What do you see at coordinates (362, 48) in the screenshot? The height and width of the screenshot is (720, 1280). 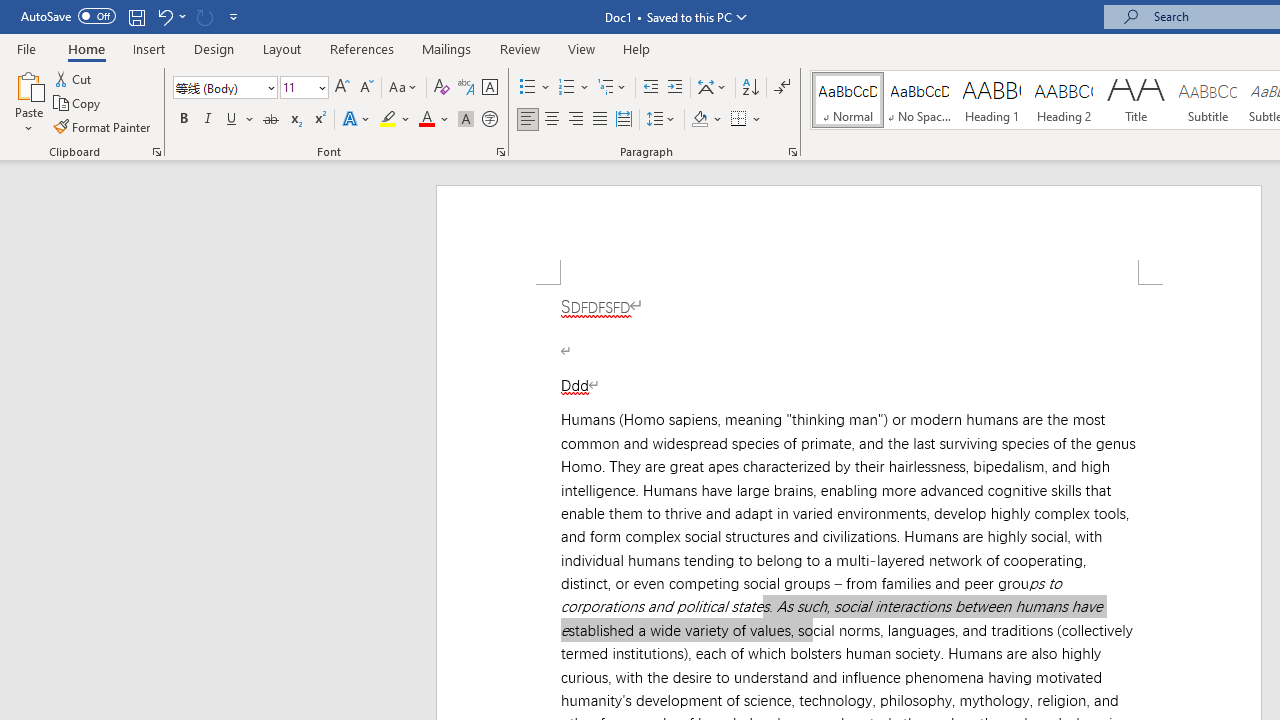 I see `'References'` at bounding box center [362, 48].